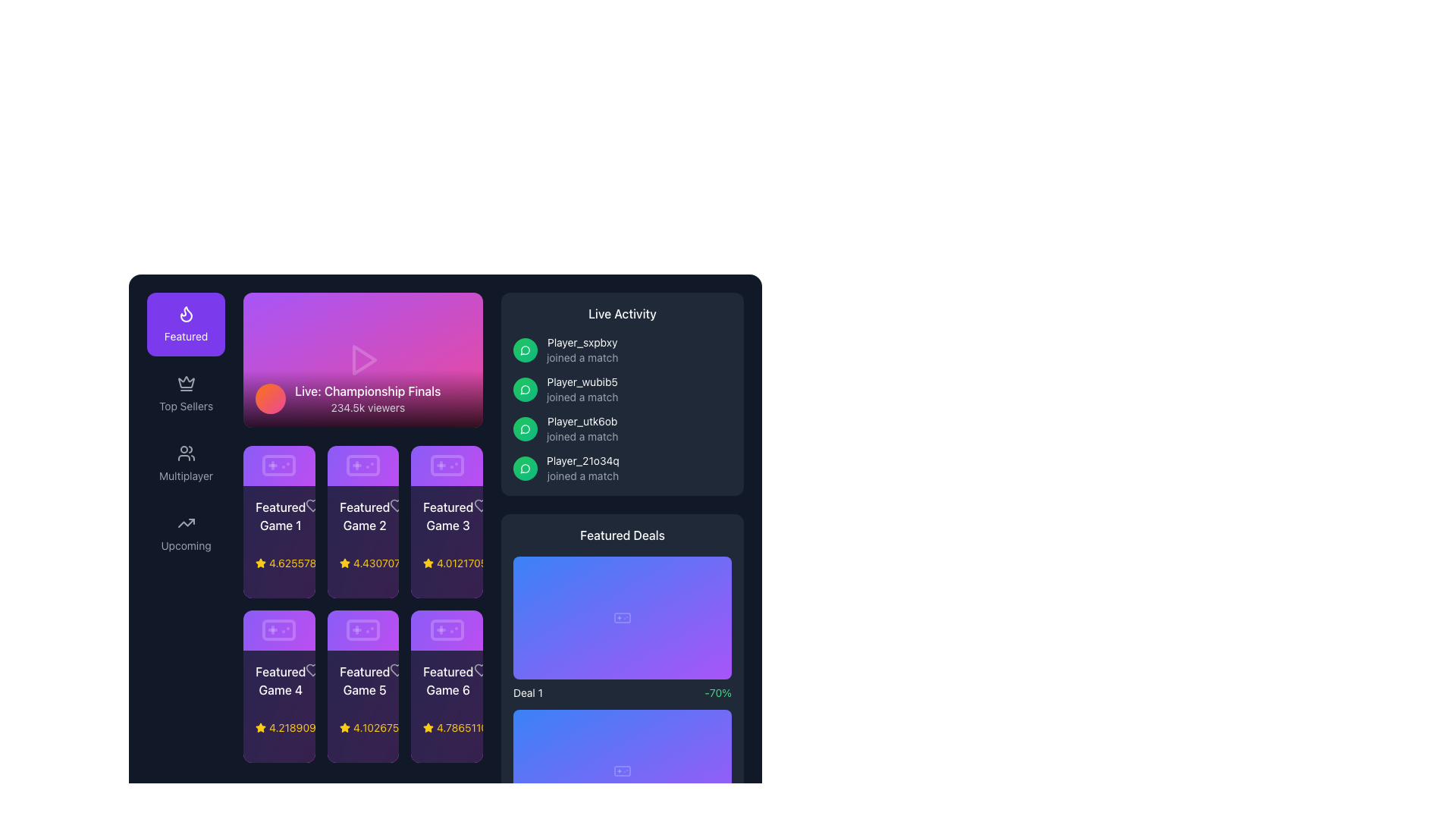  What do you see at coordinates (185, 533) in the screenshot?
I see `the rectangular button labeled 'Upcoming' with an upward arrow icon, located in the left navigation panel` at bounding box center [185, 533].